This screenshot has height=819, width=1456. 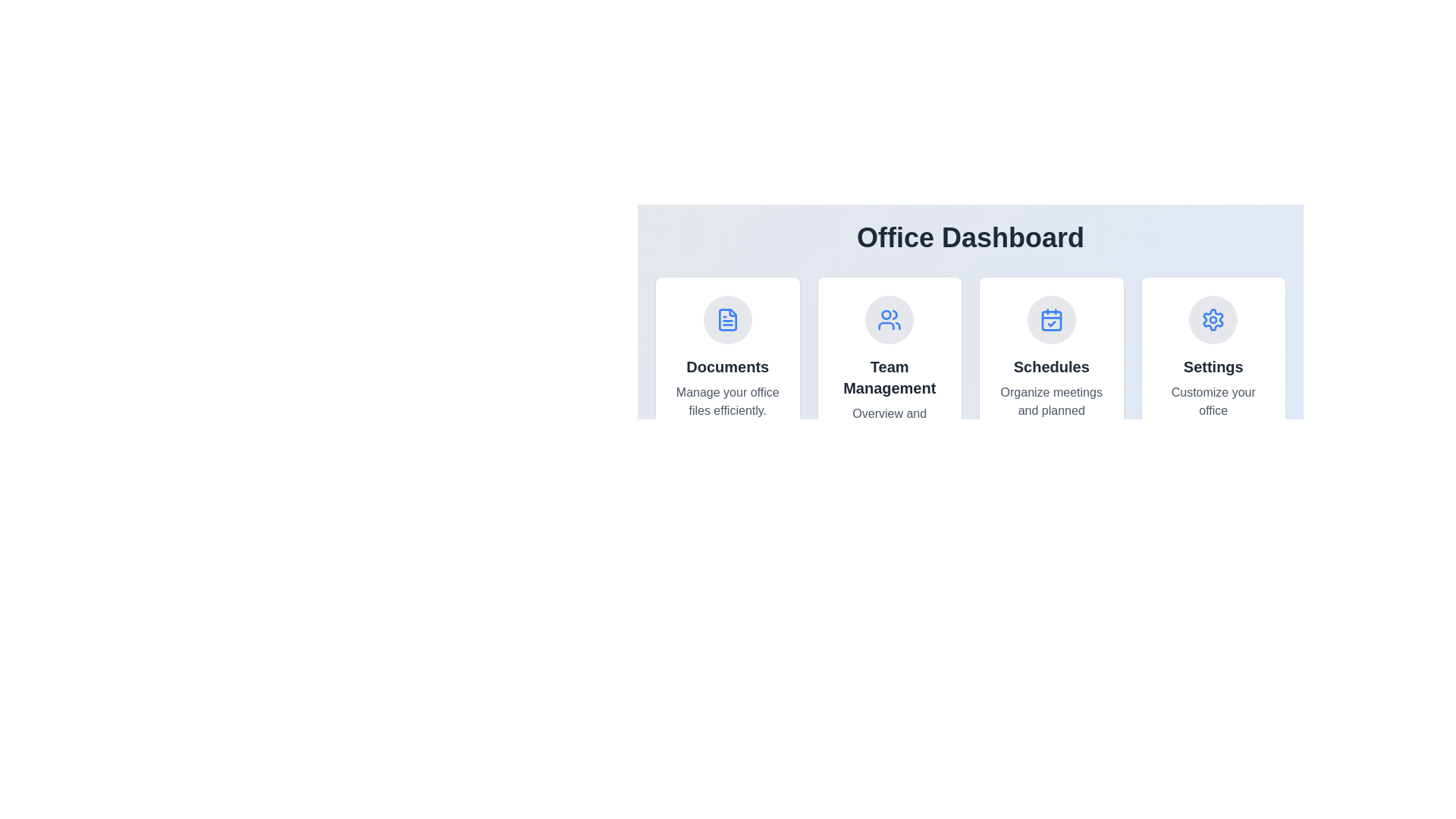 What do you see at coordinates (726, 318) in the screenshot?
I see `the document icon located in the leftmost 'Documents' card on the dashboard, which represents document management or access functionality` at bounding box center [726, 318].